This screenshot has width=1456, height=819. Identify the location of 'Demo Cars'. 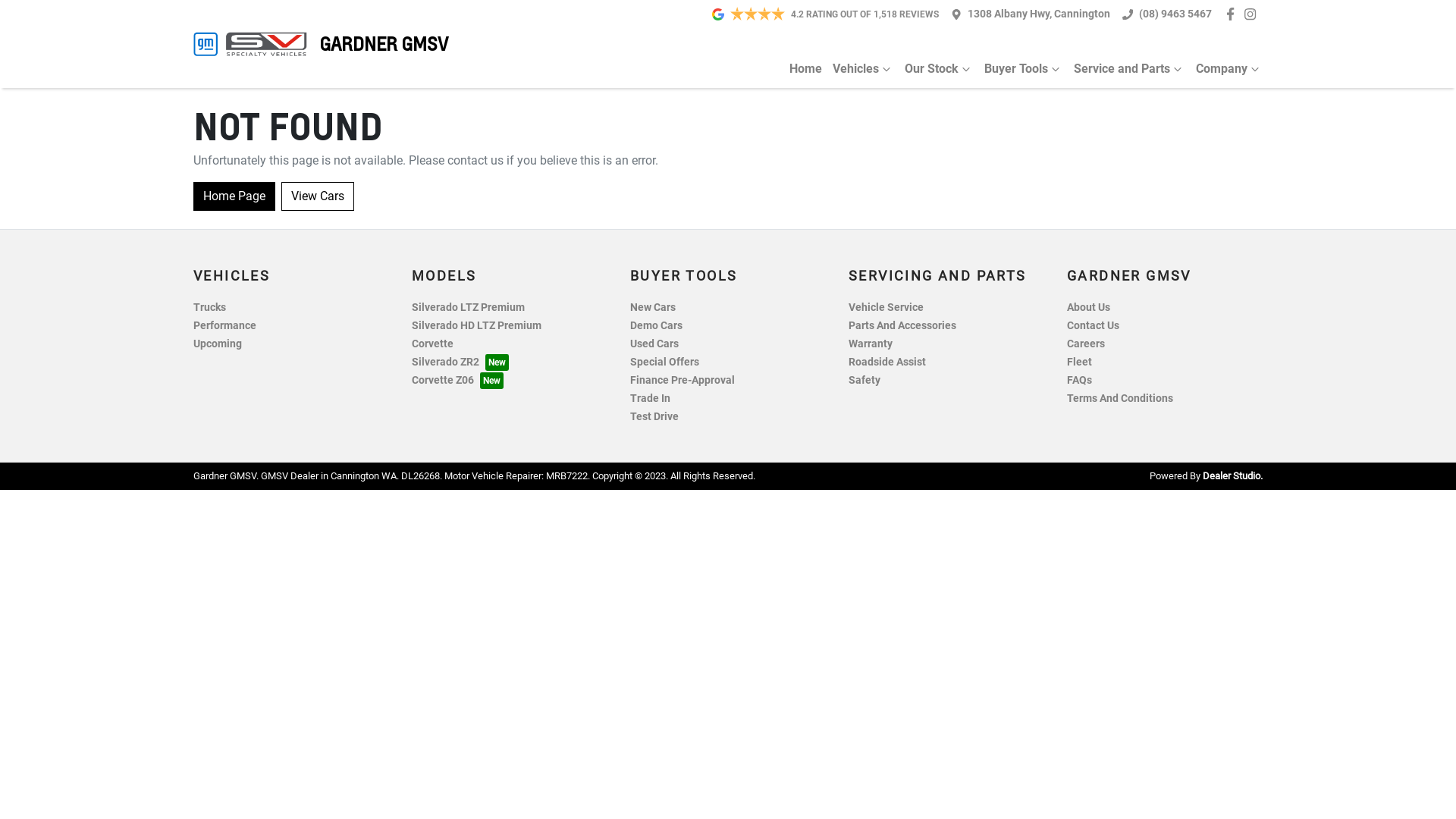
(656, 325).